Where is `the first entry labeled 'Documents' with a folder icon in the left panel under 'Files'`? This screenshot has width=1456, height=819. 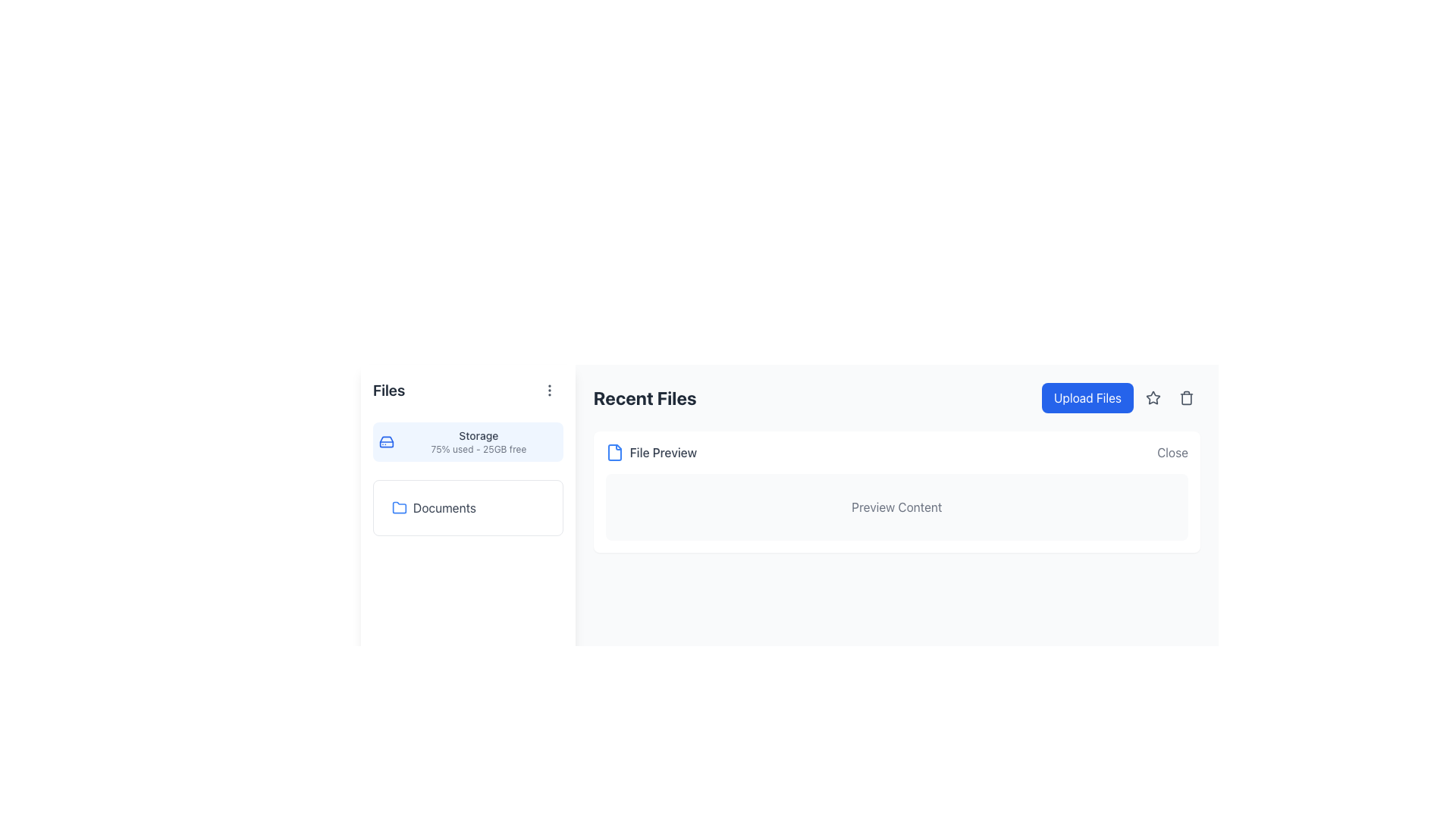
the first entry labeled 'Documents' with a folder icon in the left panel under 'Files' is located at coordinates (467, 508).